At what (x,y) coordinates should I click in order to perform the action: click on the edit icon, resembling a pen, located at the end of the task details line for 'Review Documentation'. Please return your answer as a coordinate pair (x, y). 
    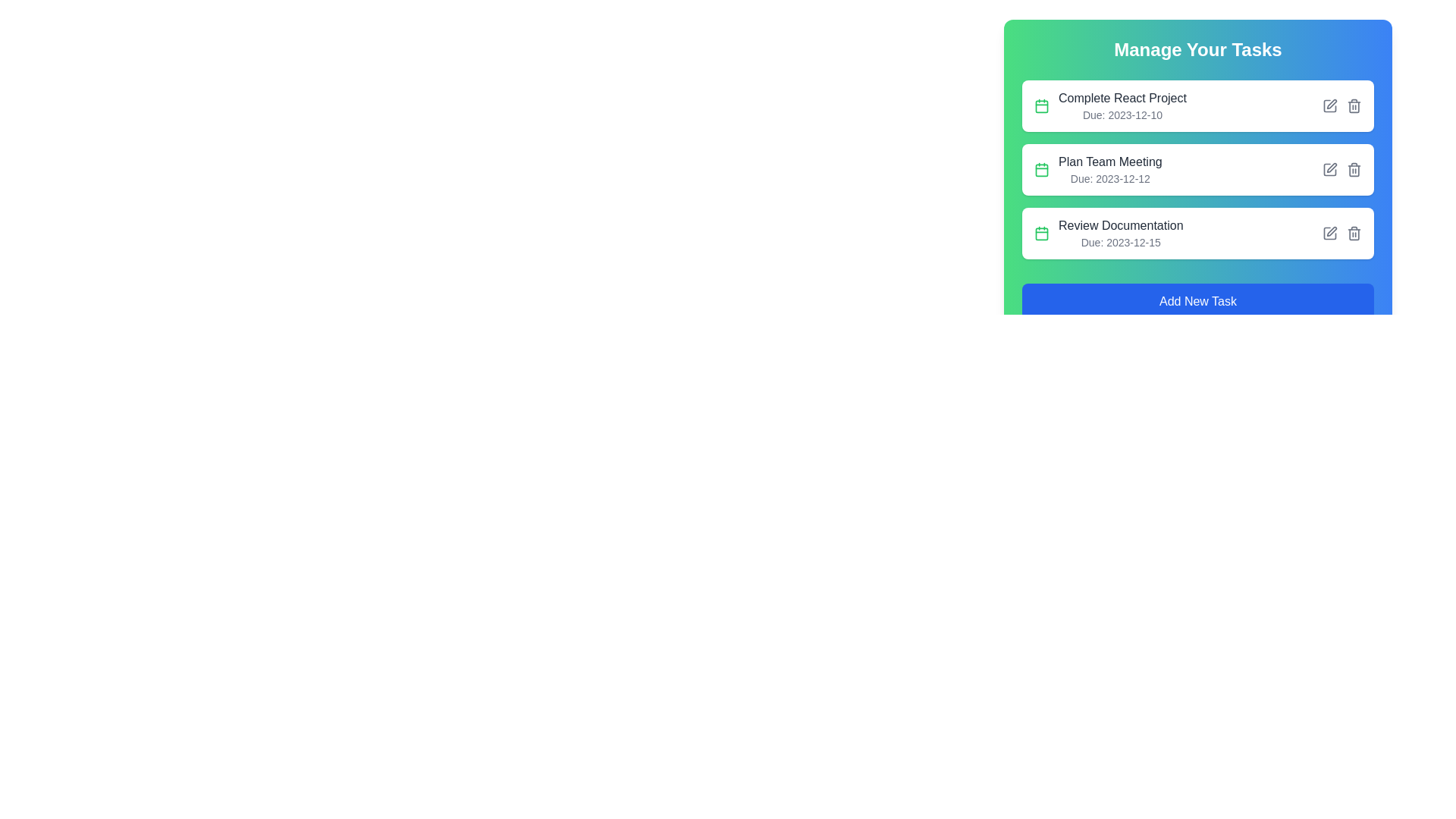
    Looking at the image, I should click on (1329, 234).